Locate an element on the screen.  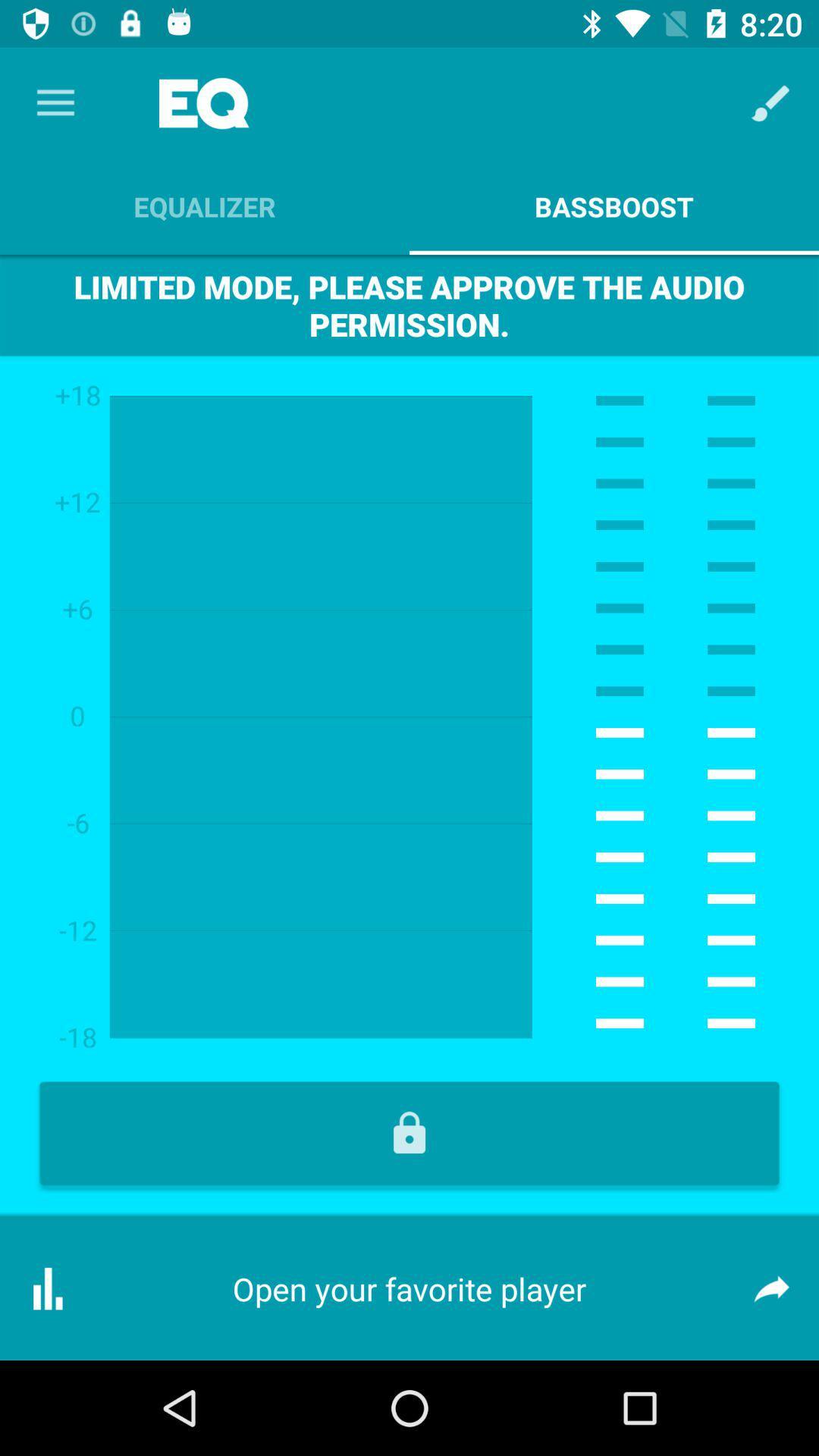
the equalizer icon is located at coordinates (205, 206).